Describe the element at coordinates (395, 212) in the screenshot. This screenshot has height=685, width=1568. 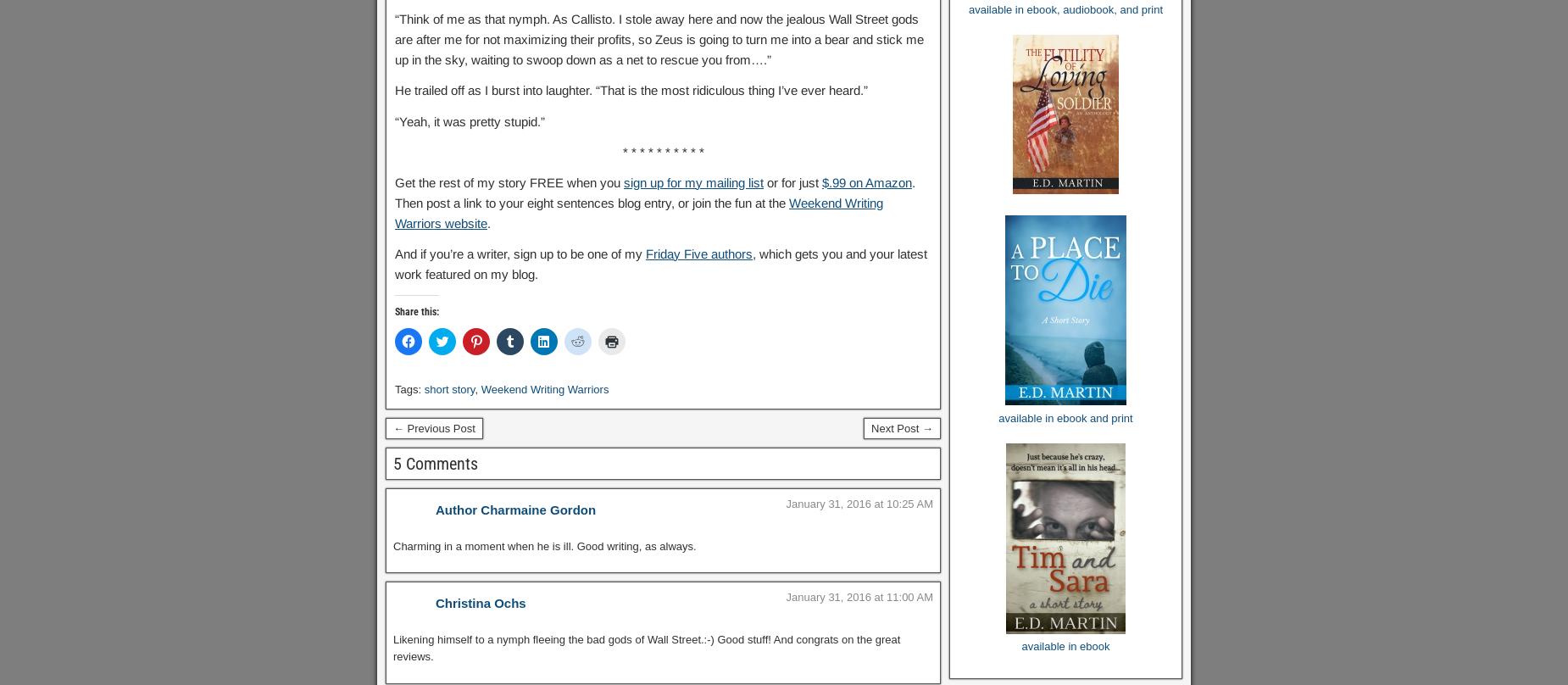
I see `'Weekend Writing Warriors website'` at that location.